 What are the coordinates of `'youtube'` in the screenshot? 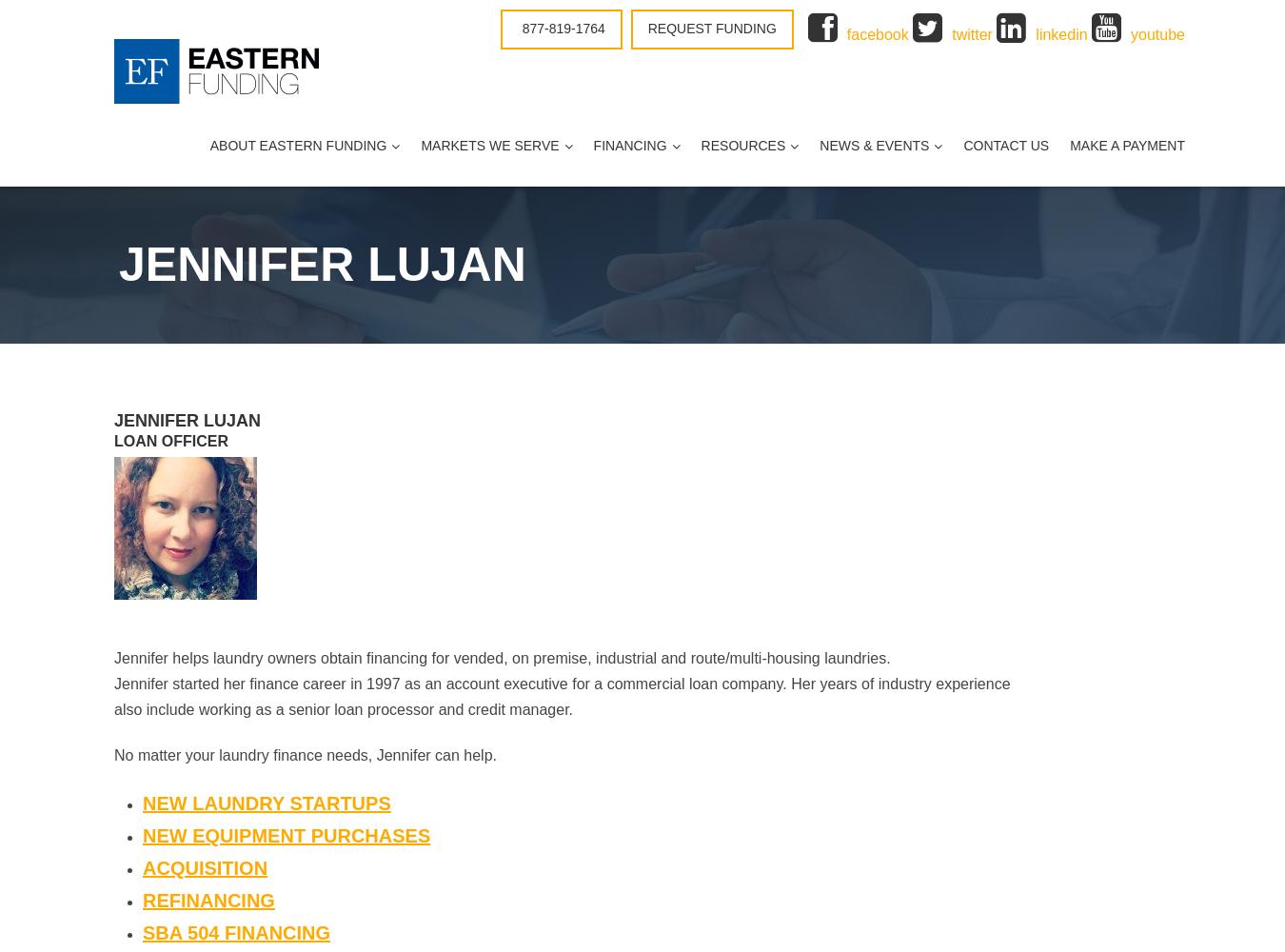 It's located at (1130, 34).